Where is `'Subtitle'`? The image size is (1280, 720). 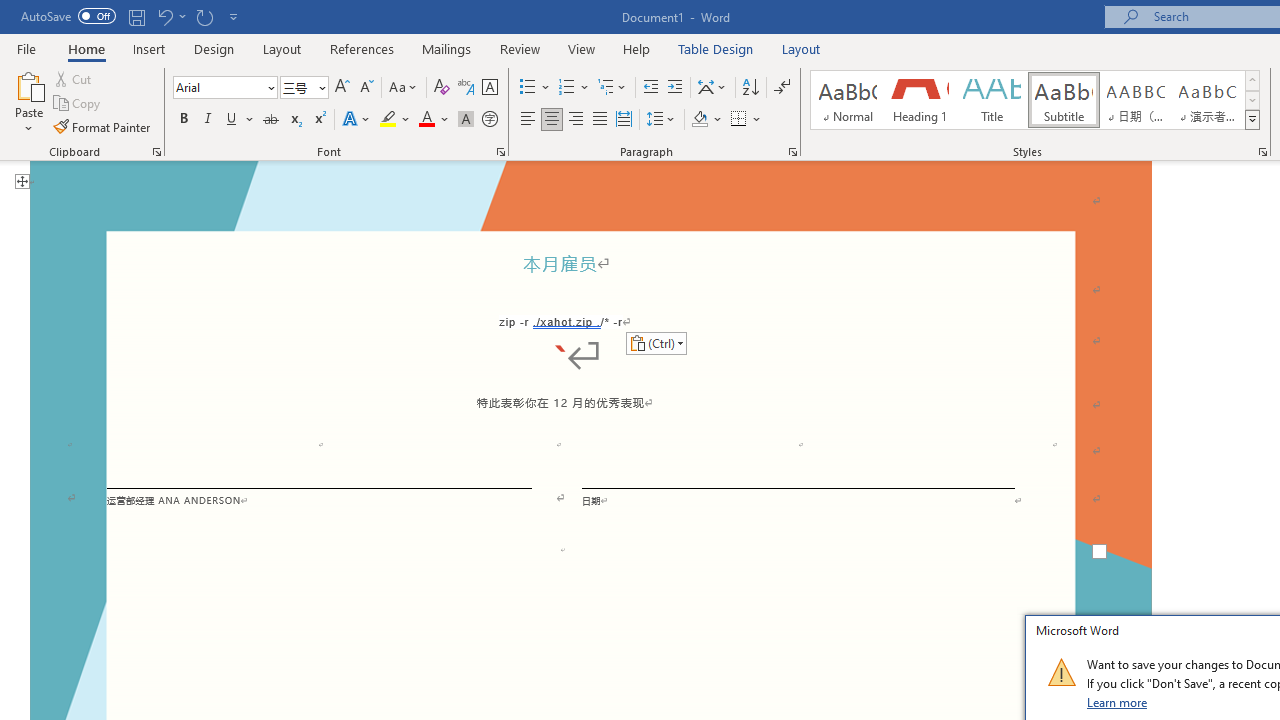 'Subtitle' is located at coordinates (1062, 100).